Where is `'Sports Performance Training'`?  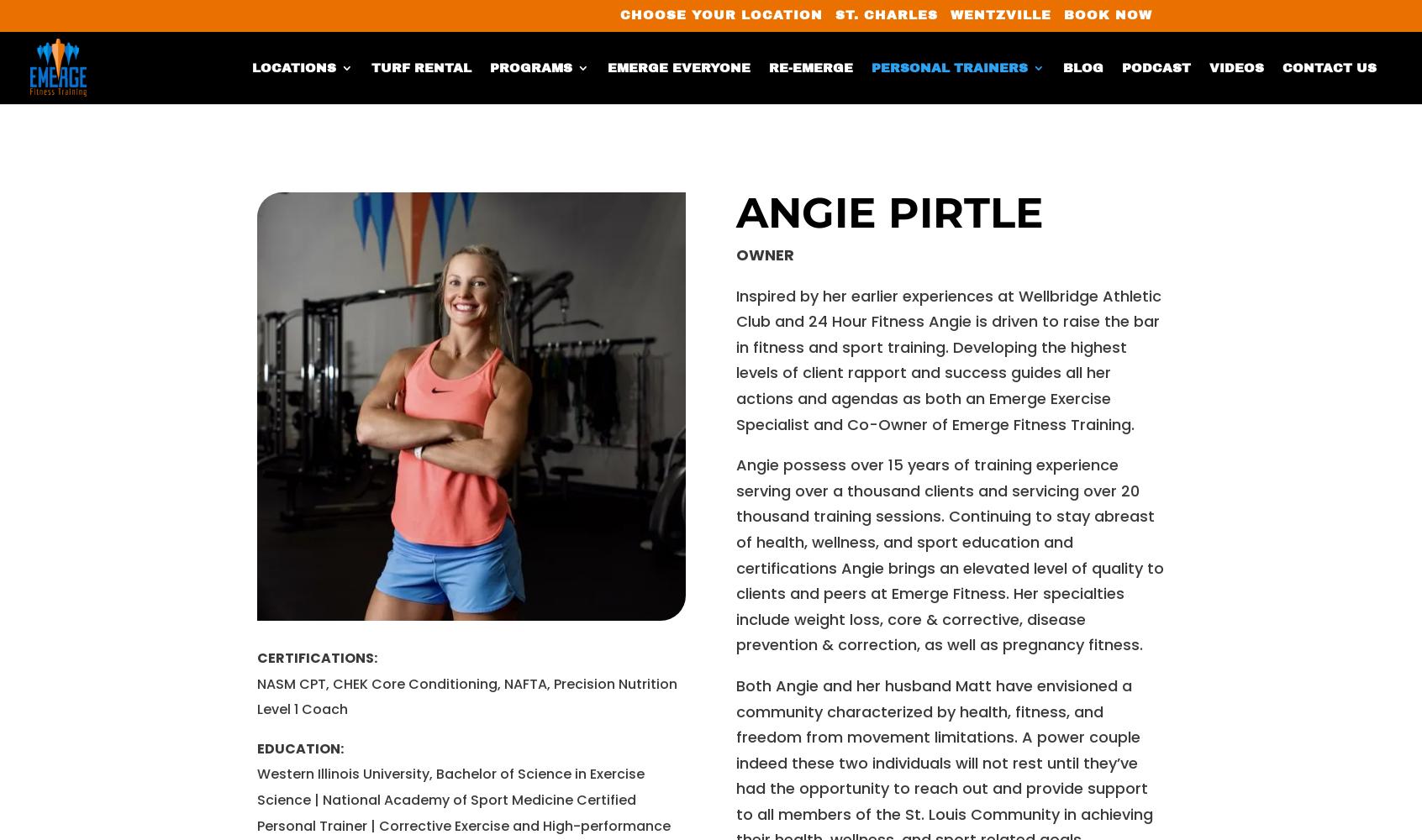 'Sports Performance Training' is located at coordinates (522, 321).